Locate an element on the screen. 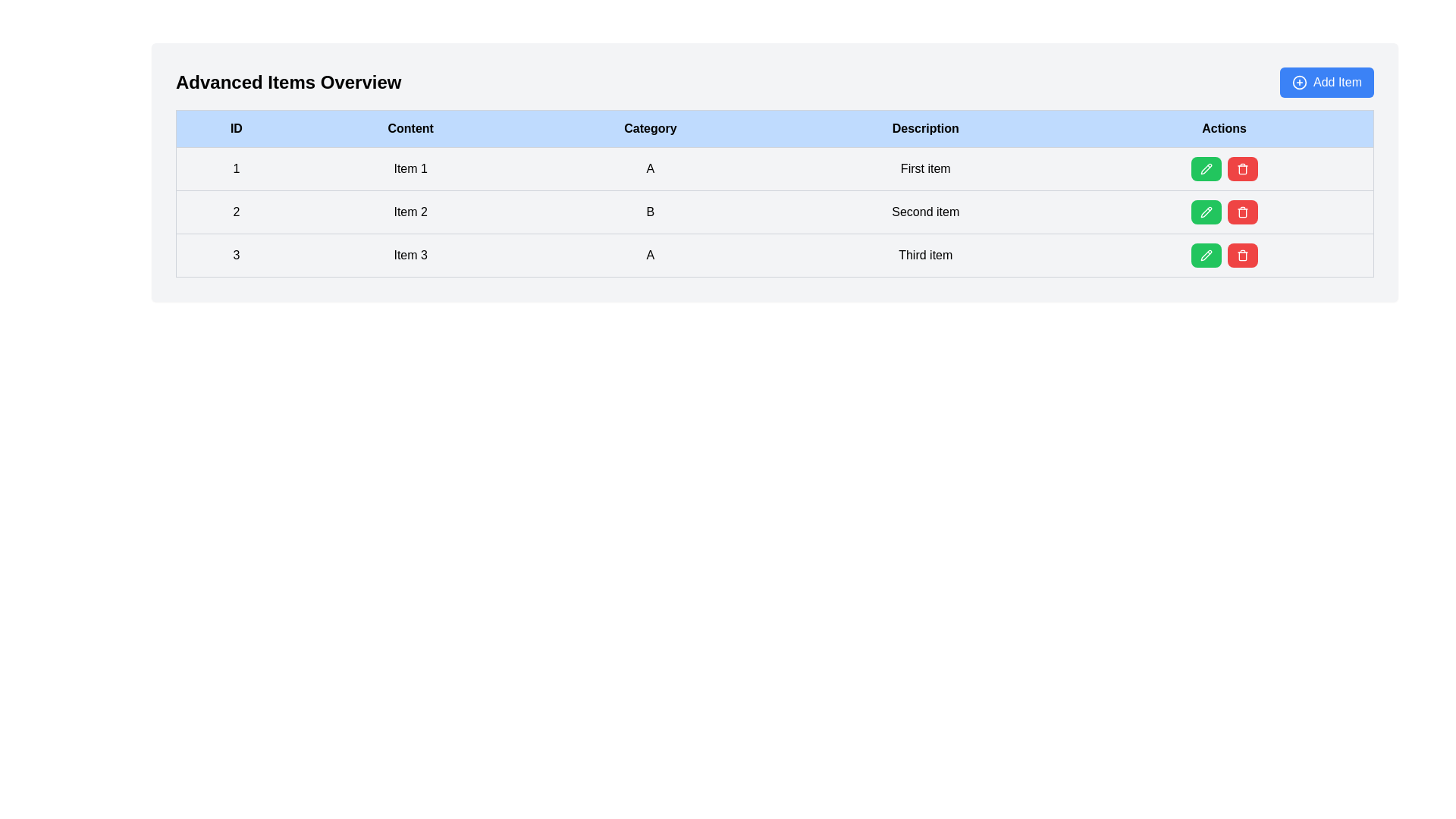 This screenshot has height=819, width=1456. the red rounded button with a trash bin icon located in the 'Actions' column of the second row of the data table is located at coordinates (1241, 212).